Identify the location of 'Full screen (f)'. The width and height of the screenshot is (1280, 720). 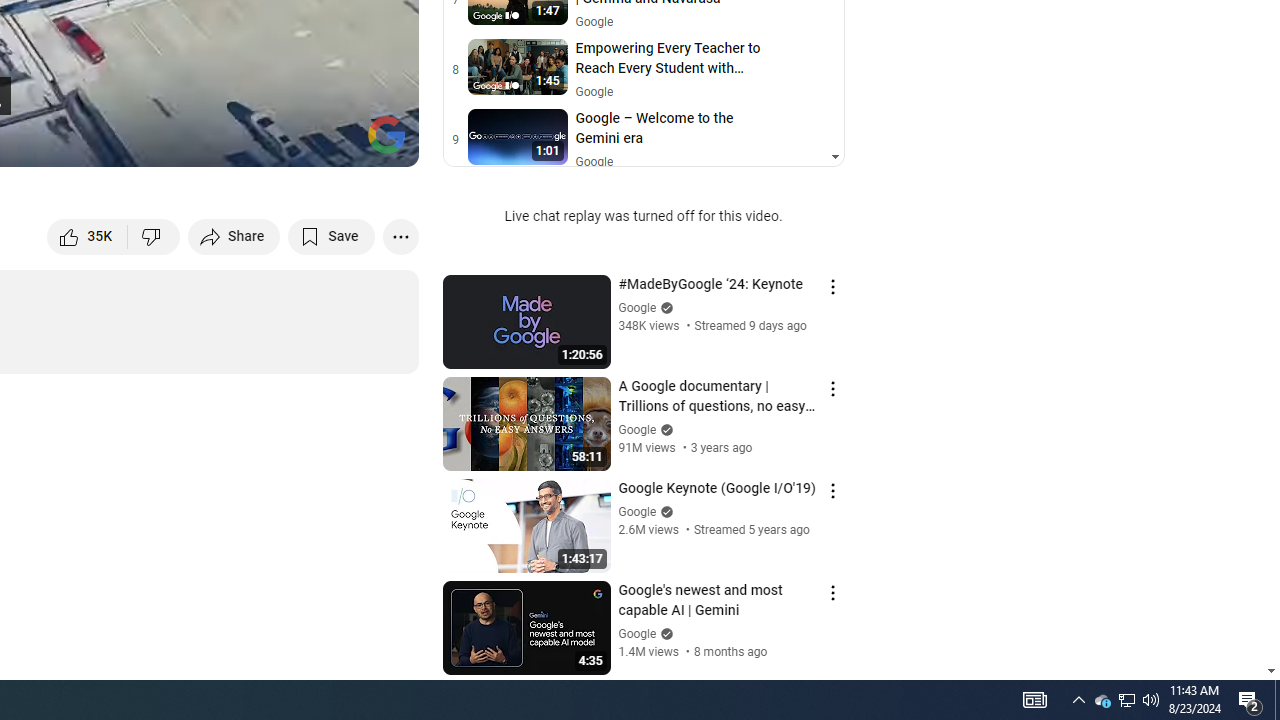
(382, 141).